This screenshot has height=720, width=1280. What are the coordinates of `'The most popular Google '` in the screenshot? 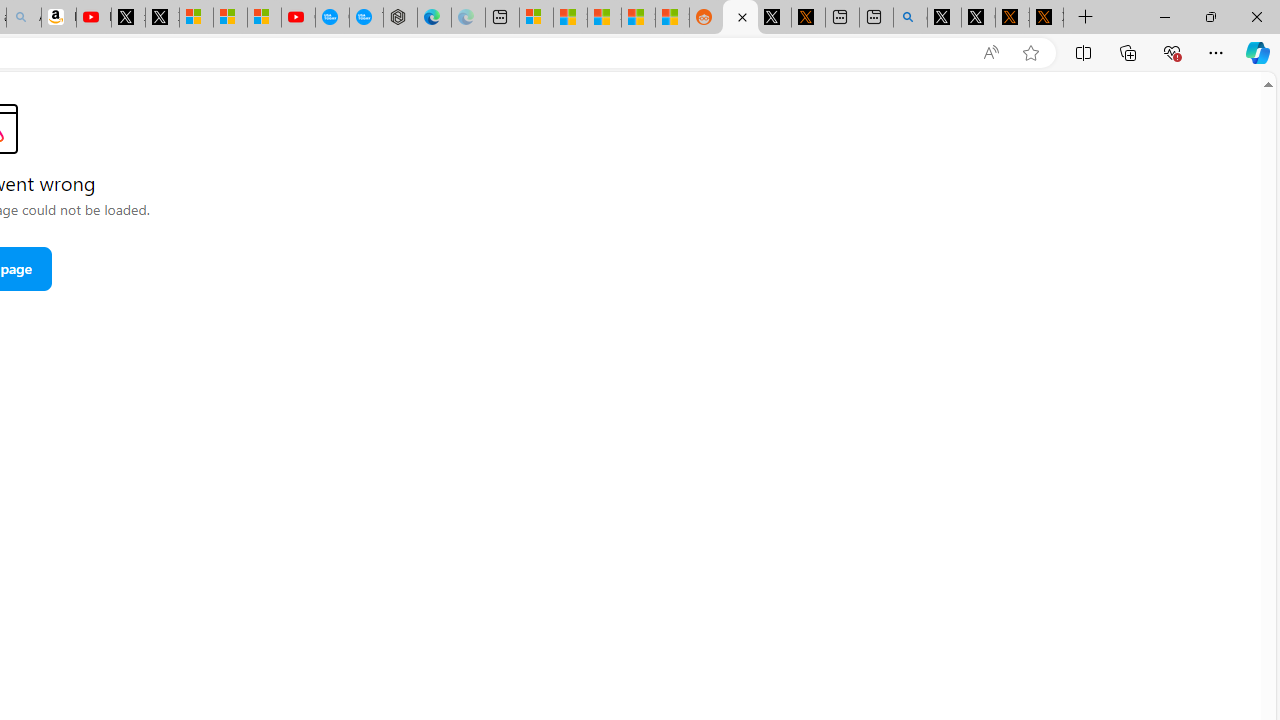 It's located at (366, 17).